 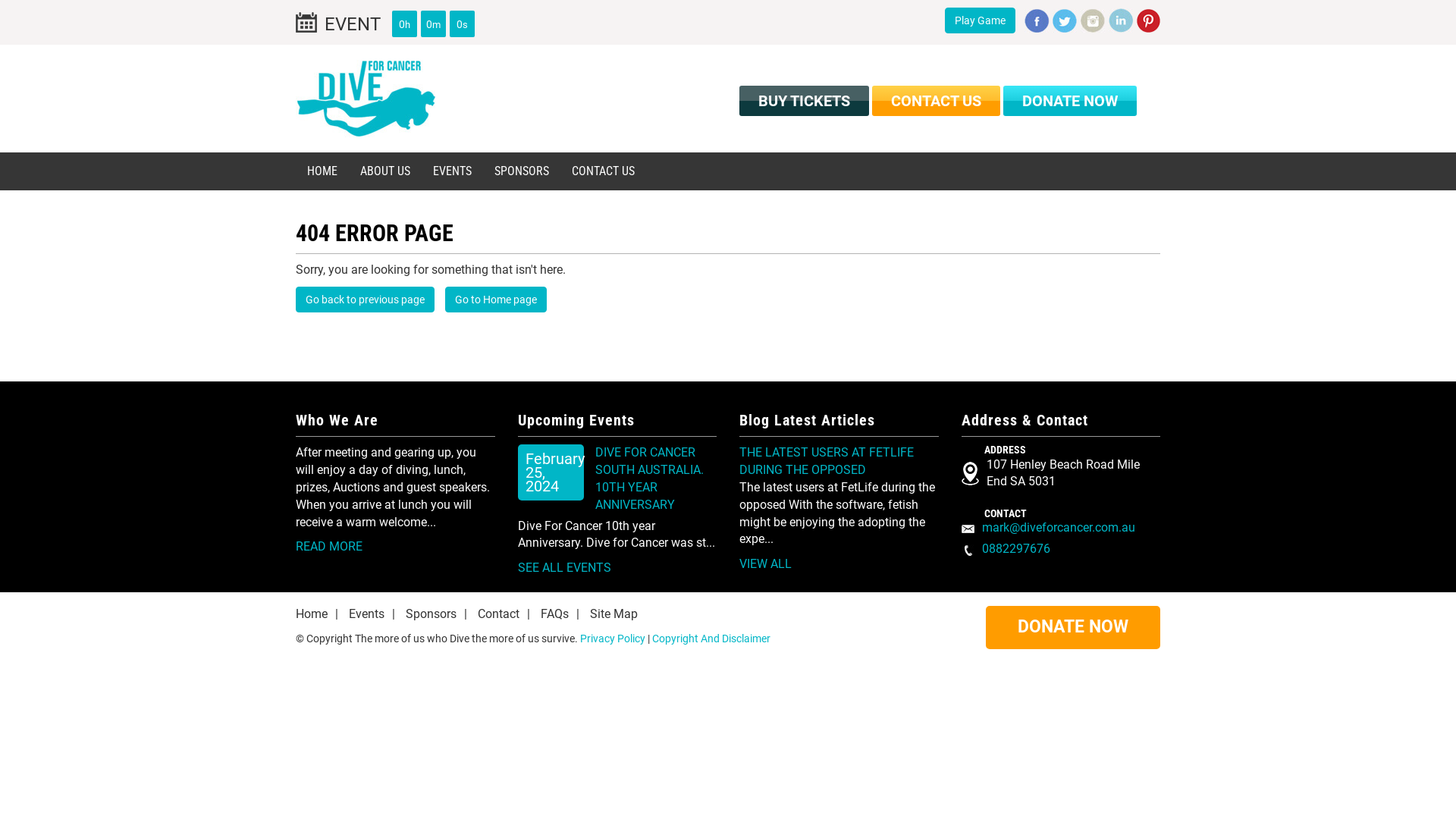 What do you see at coordinates (710, 638) in the screenshot?
I see `'Copyright And Disclaimer'` at bounding box center [710, 638].